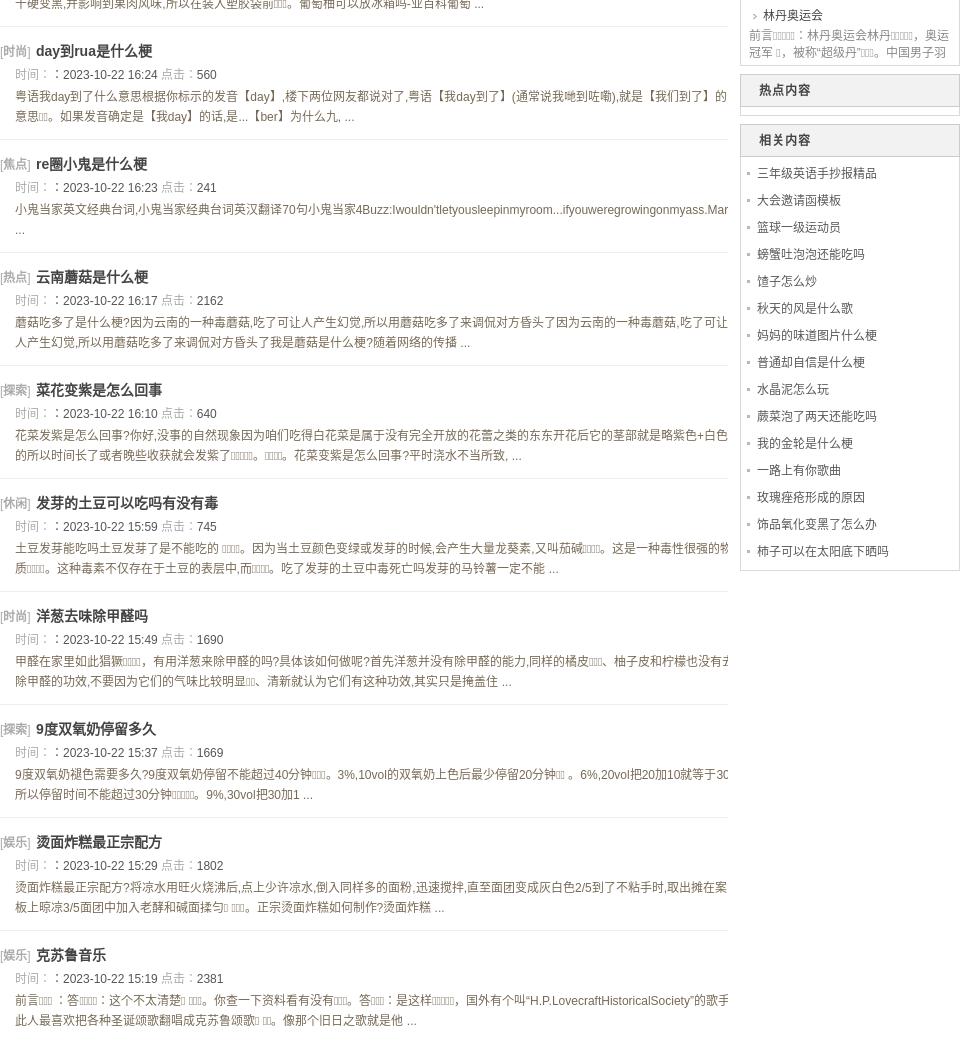 This screenshot has height=1043, width=960. Describe the element at coordinates (370, 445) in the screenshot. I see `'花菜发紫是怎么回事?你好,没事的自然现象因为咱们吃得白花菜是属于没有完全开放的花蕾之类的东东开花后它的茎部就是略紫色+白色的所以时间长了或者晚些收获就会发紫了。。花菜变紫是怎么回事?平时浇水不当所致,
...'` at that location.